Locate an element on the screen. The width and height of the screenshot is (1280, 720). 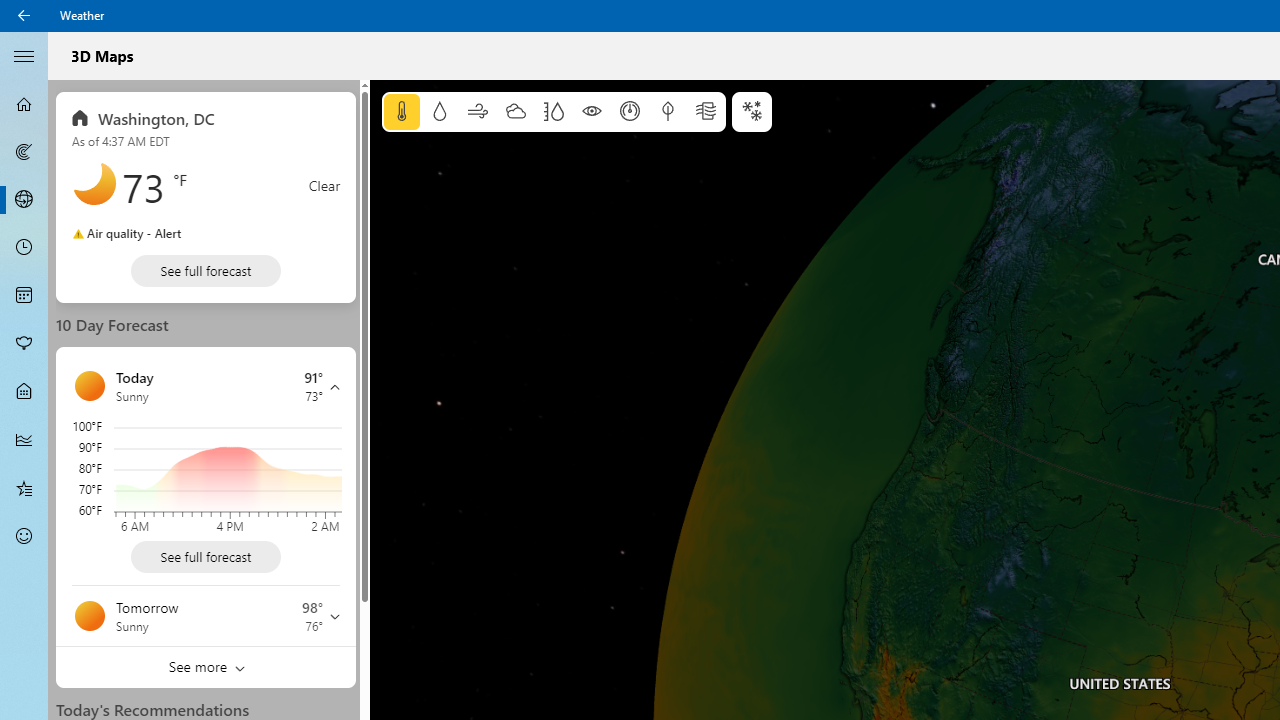
'Back' is located at coordinates (24, 15).